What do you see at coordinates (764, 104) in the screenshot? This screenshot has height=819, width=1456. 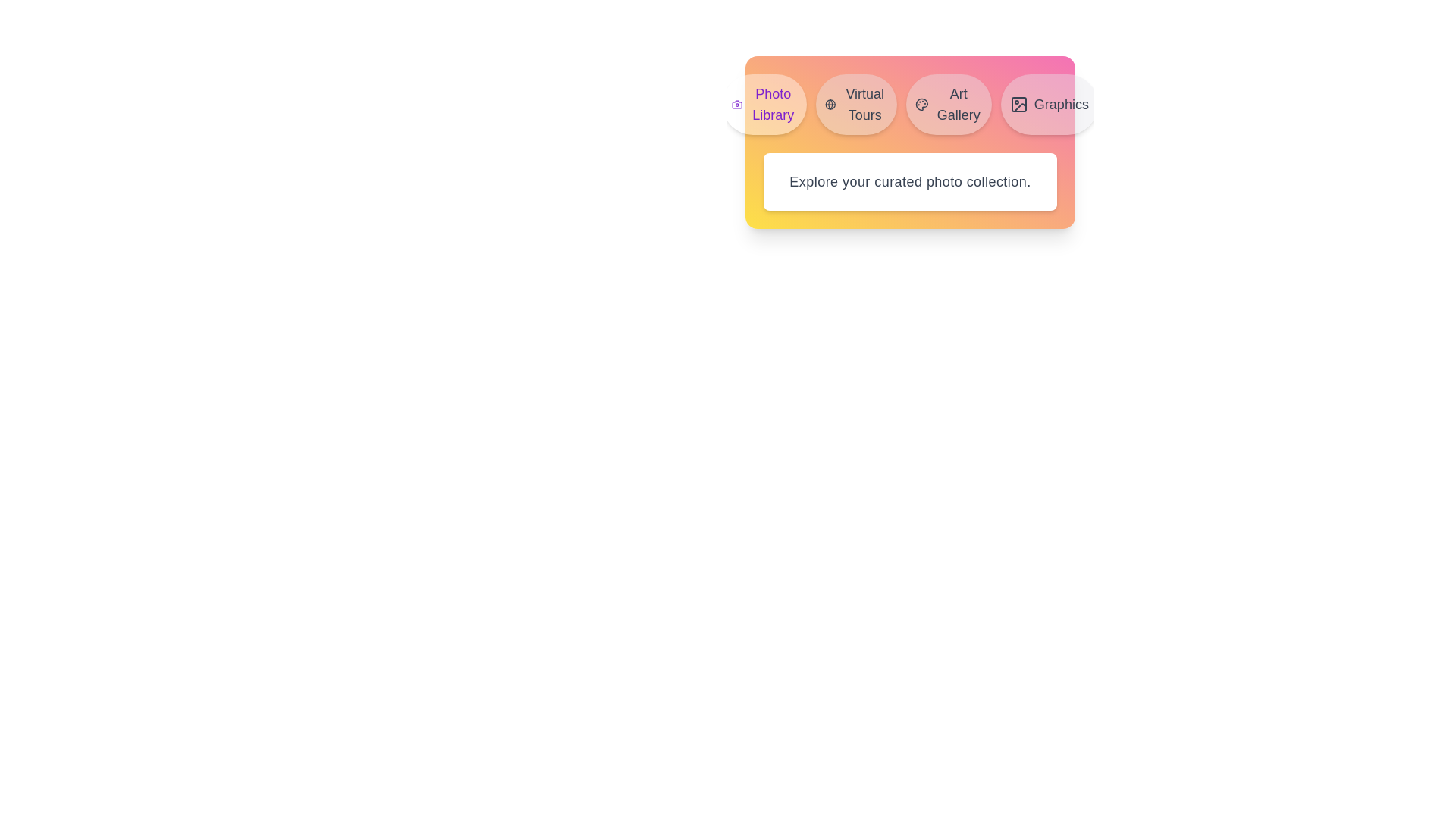 I see `the tab labeled 'Photo Library' to preview its effect` at bounding box center [764, 104].